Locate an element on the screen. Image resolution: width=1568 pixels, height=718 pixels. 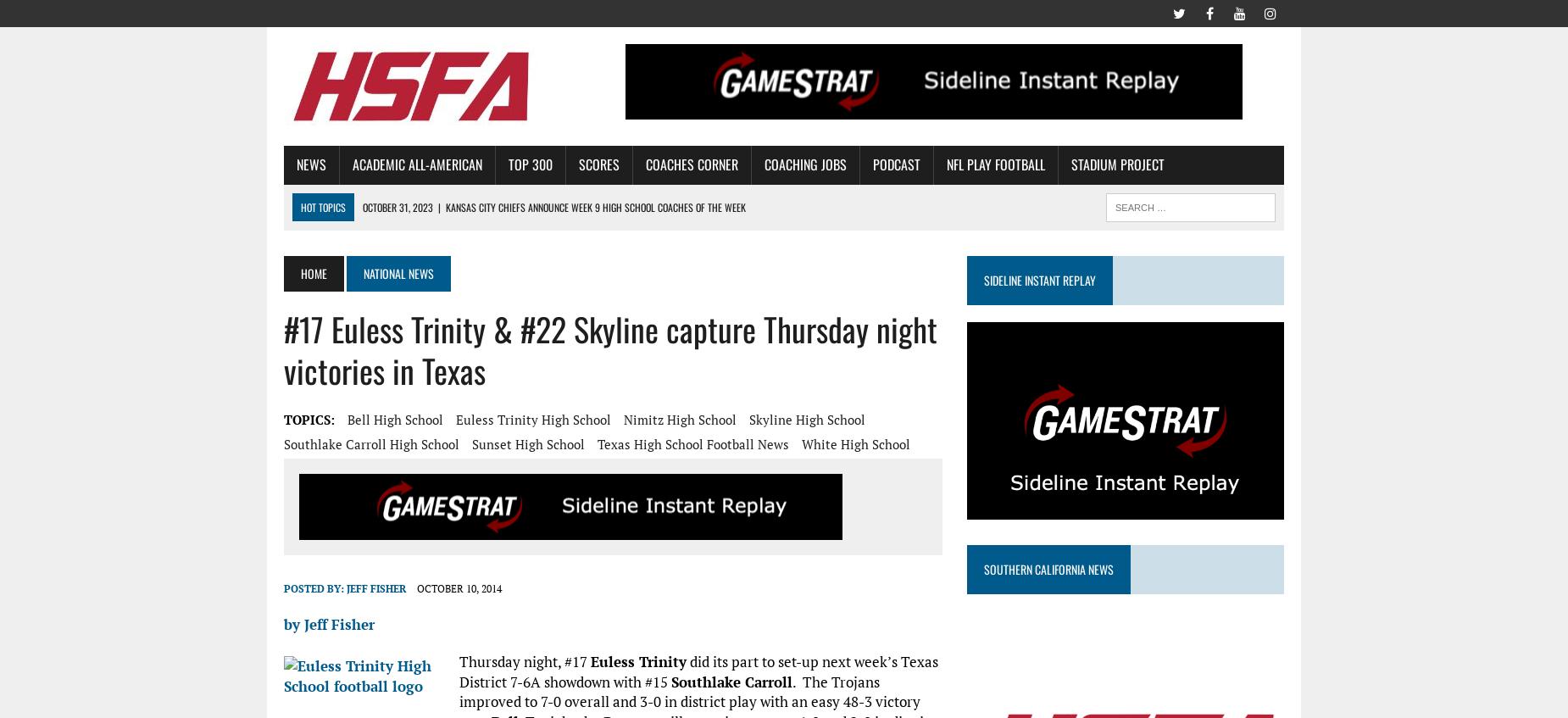
'New England Patriots honor O’Bryant High School’s Kevin Gadson Coach of the Week' is located at coordinates (565, 374).